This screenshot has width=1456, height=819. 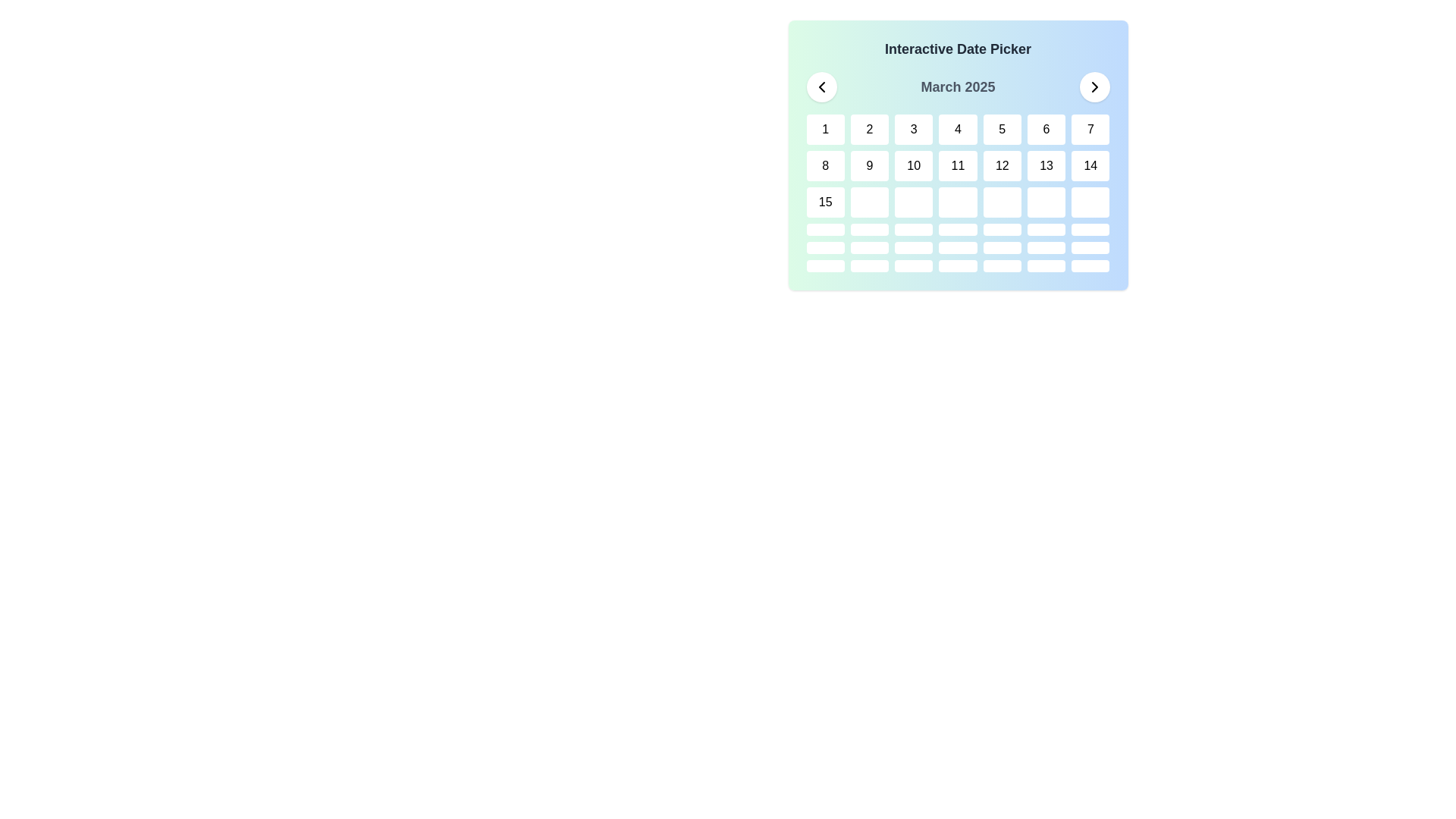 I want to click on the third empty box, so click(x=913, y=230).